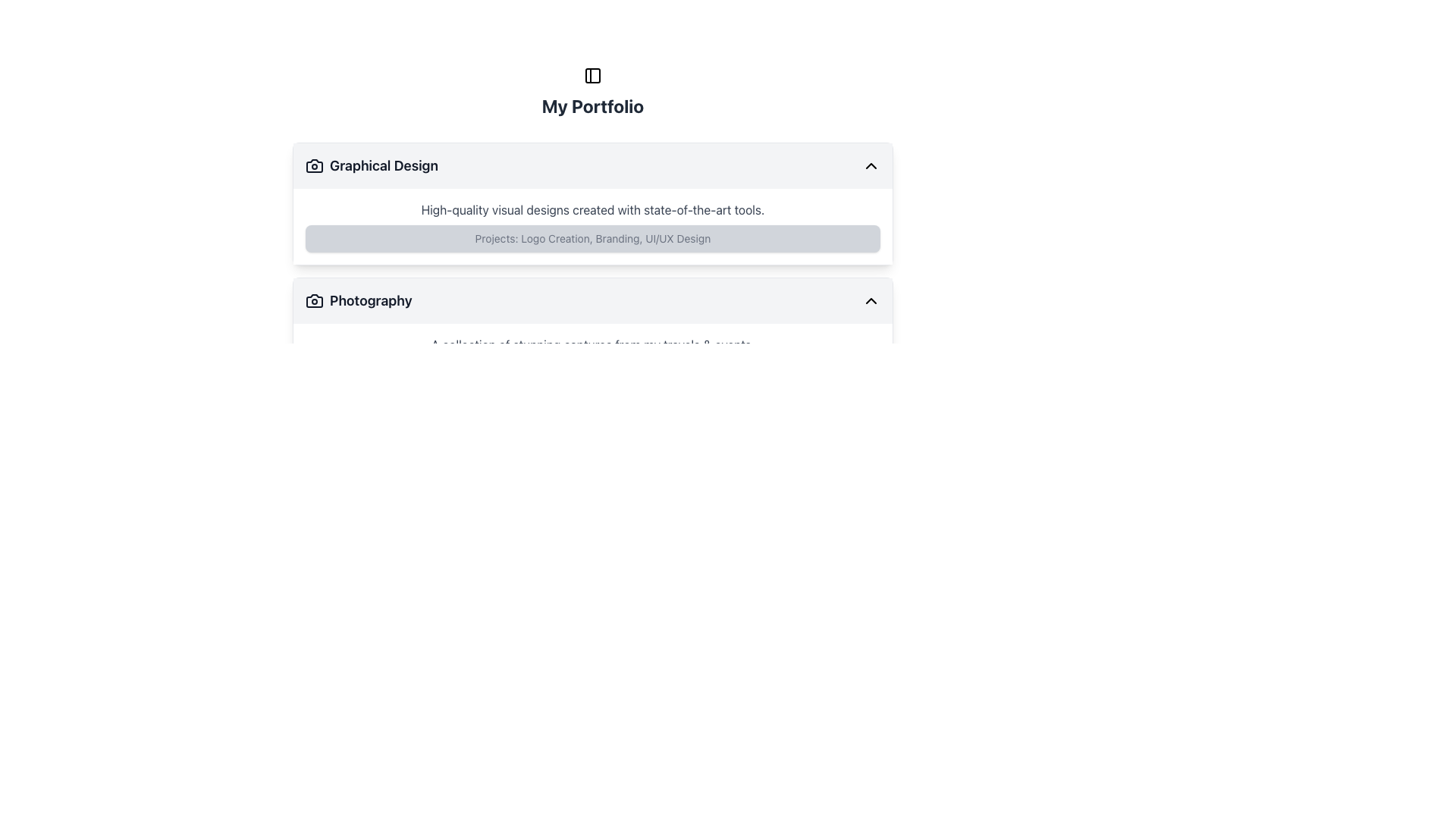 This screenshot has width=1456, height=819. Describe the element at coordinates (592, 186) in the screenshot. I see `the 'Graphical Design' category section` at that location.